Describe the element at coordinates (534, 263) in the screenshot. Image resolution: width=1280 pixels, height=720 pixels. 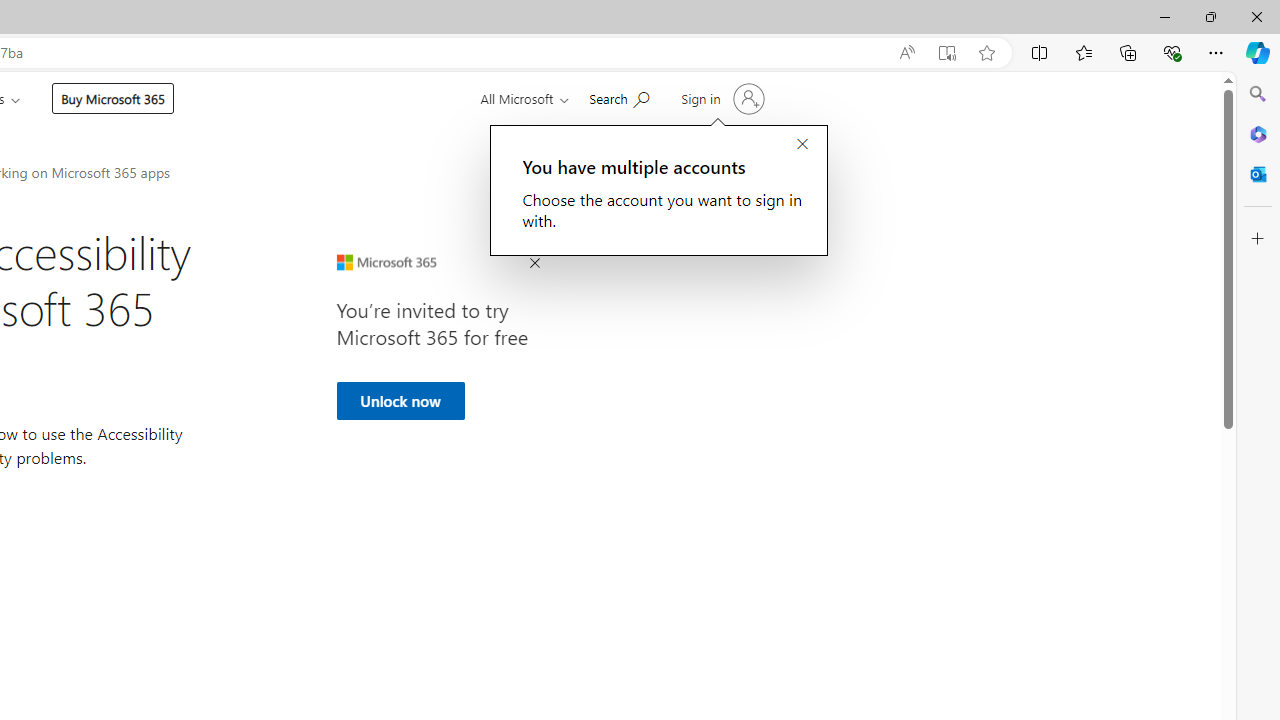
I see `'Close Ad'` at that location.